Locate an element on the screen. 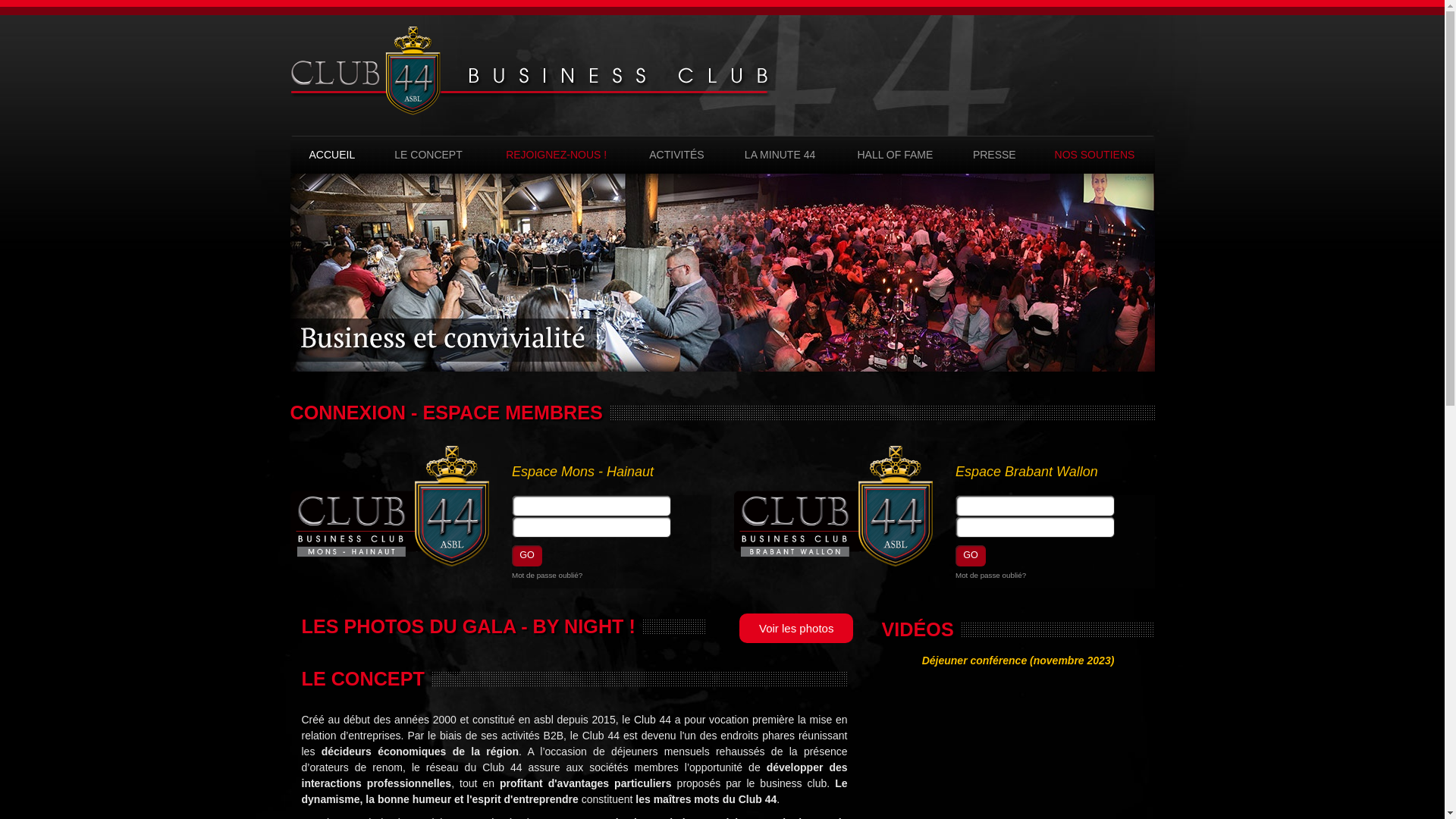 This screenshot has width=1456, height=819. 'GO' is located at coordinates (971, 555).